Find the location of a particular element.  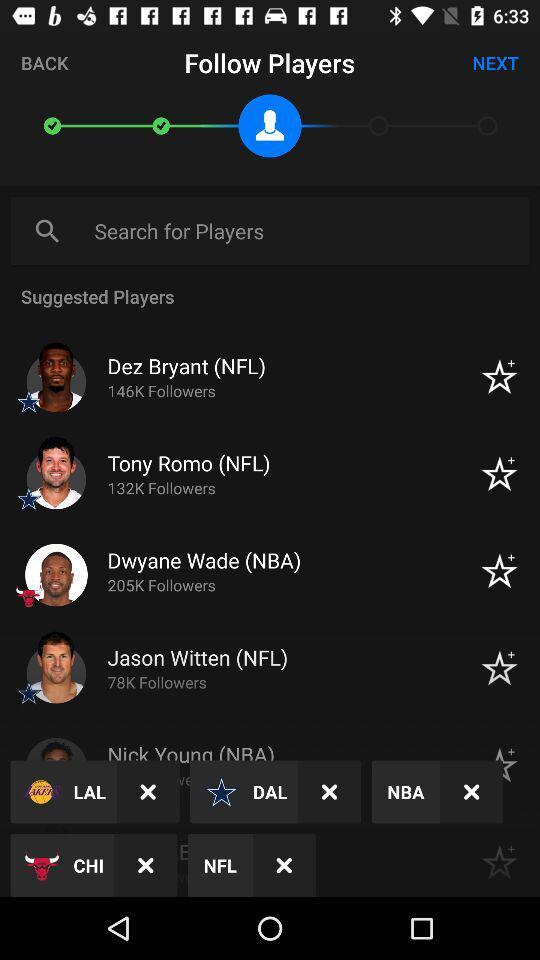

the close icon is located at coordinates (329, 792).